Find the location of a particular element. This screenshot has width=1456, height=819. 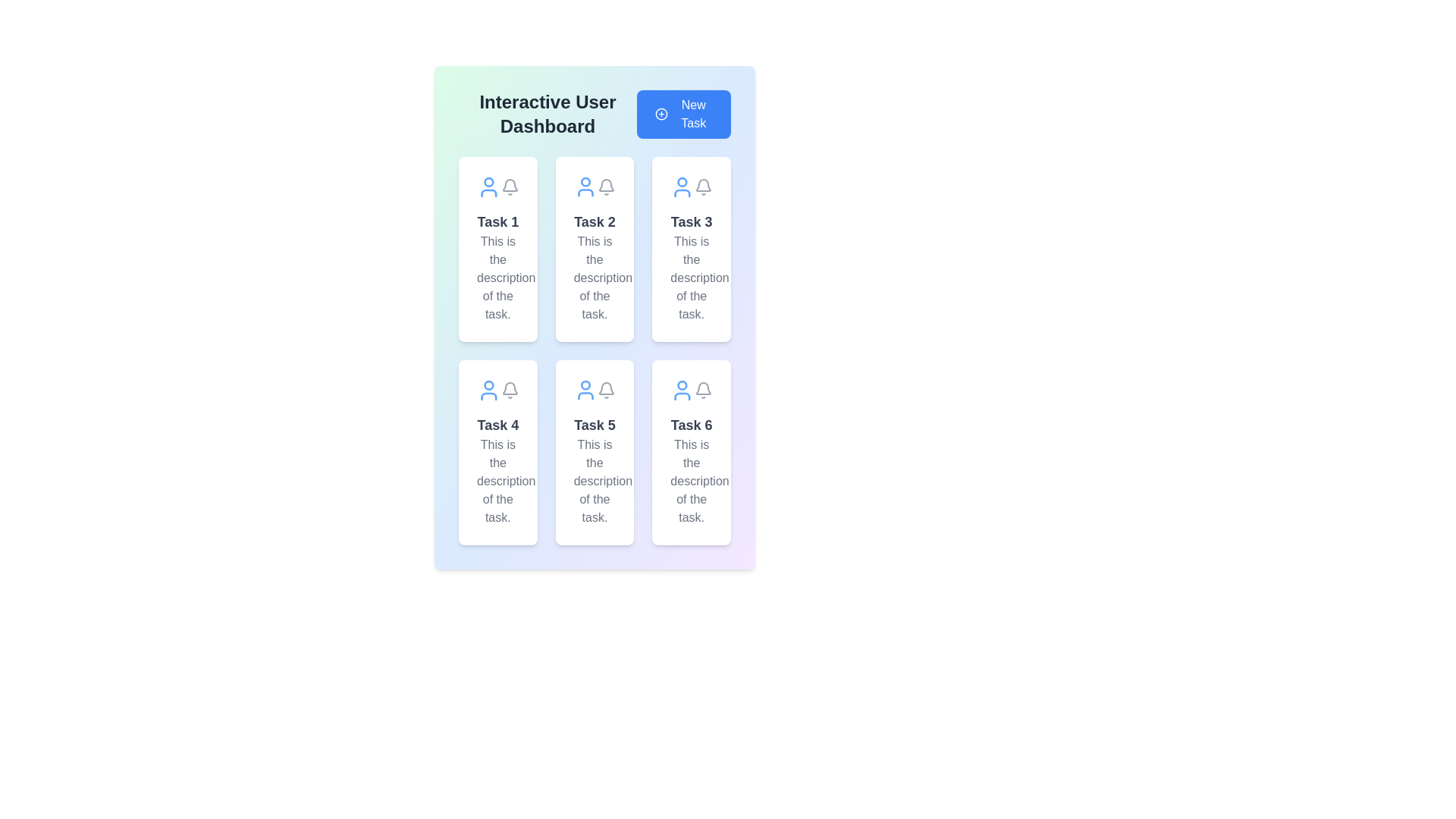

the user silhouette icon outlined in blue, which is positioned on the left side of the task card for Task 4 is located at coordinates (488, 390).